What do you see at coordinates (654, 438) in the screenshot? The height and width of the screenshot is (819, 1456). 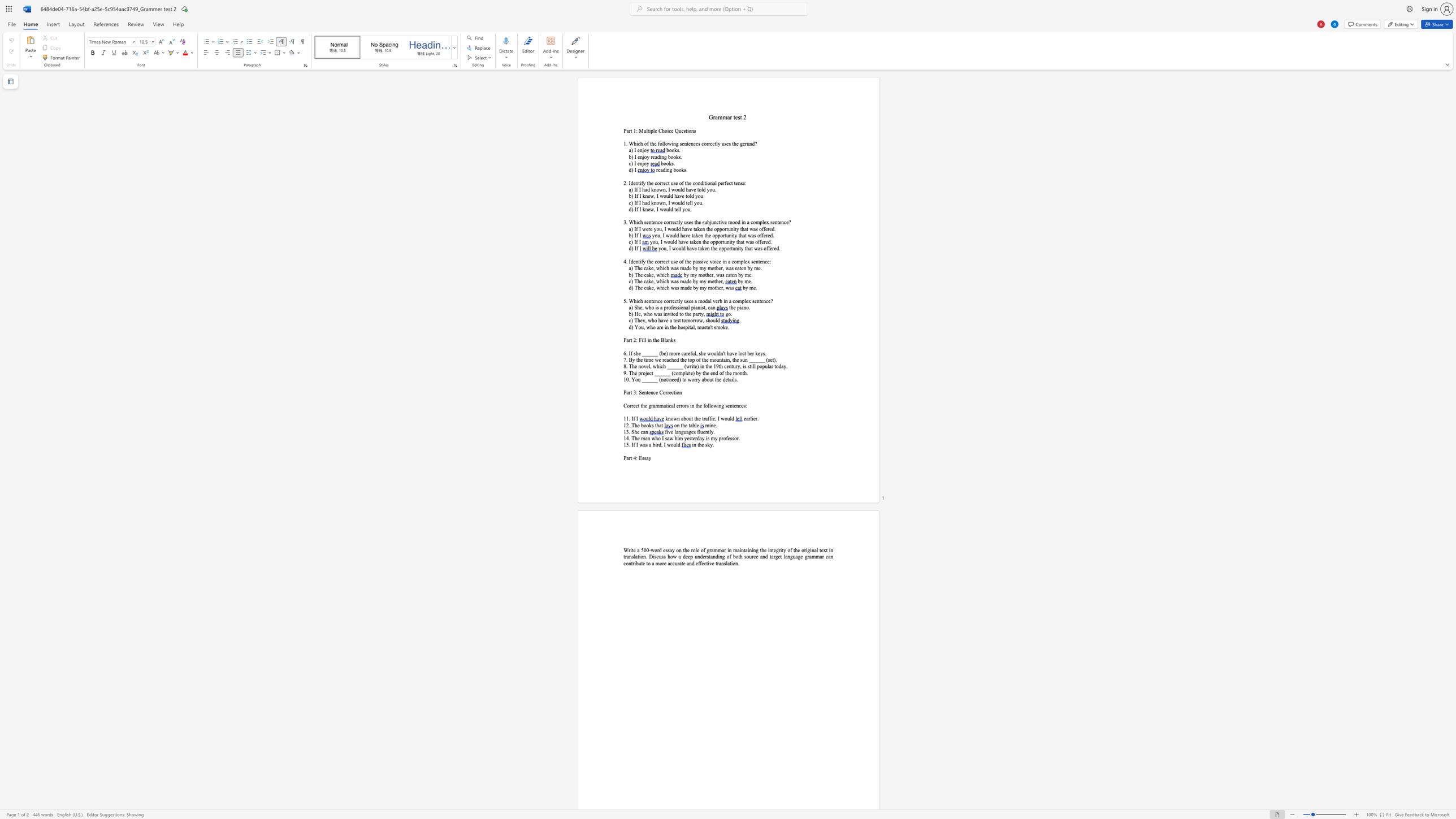 I see `the space between the continuous character "w" and "h" in the text` at bounding box center [654, 438].